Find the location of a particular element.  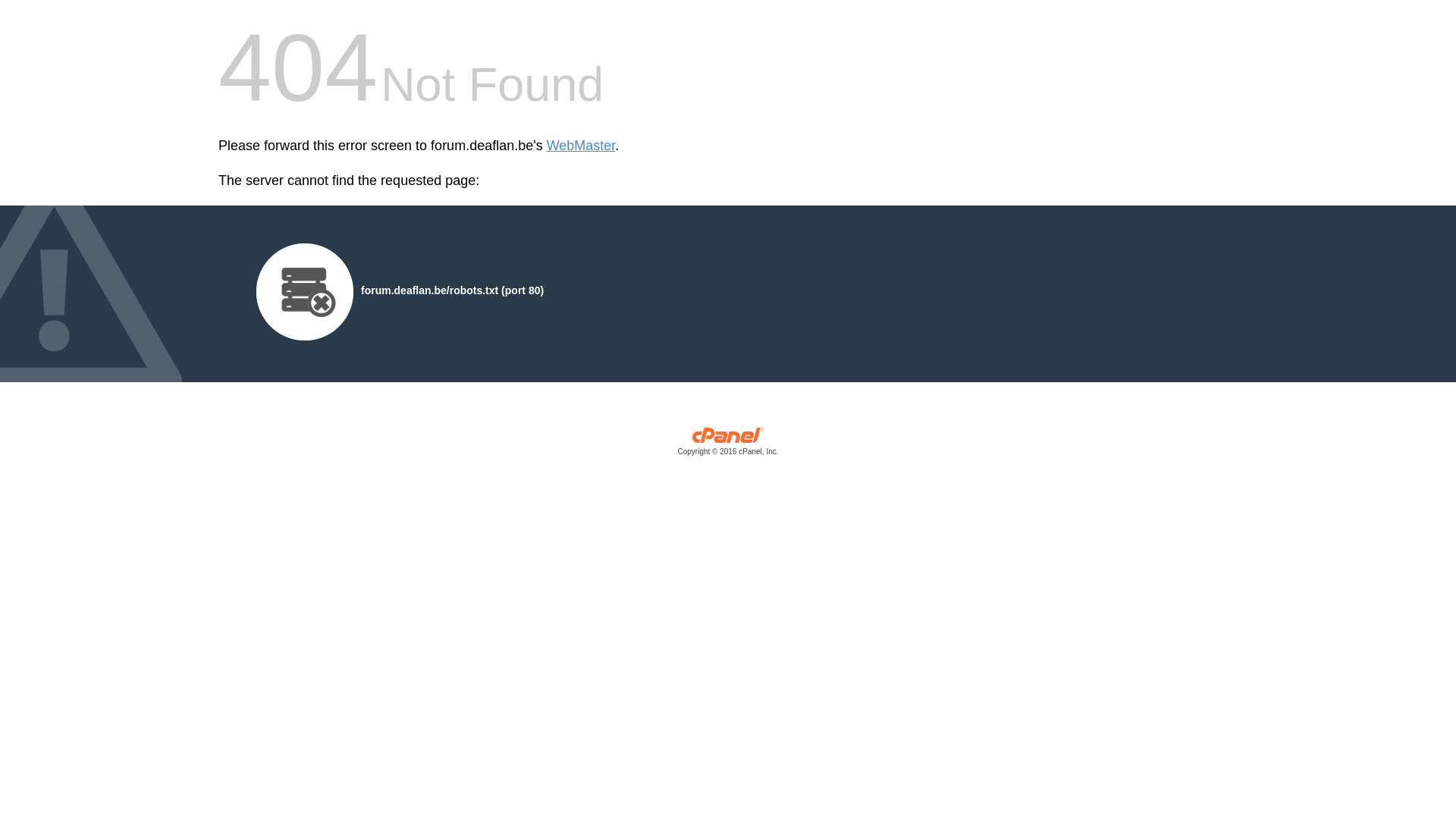

'WebMaster' is located at coordinates (580, 146).